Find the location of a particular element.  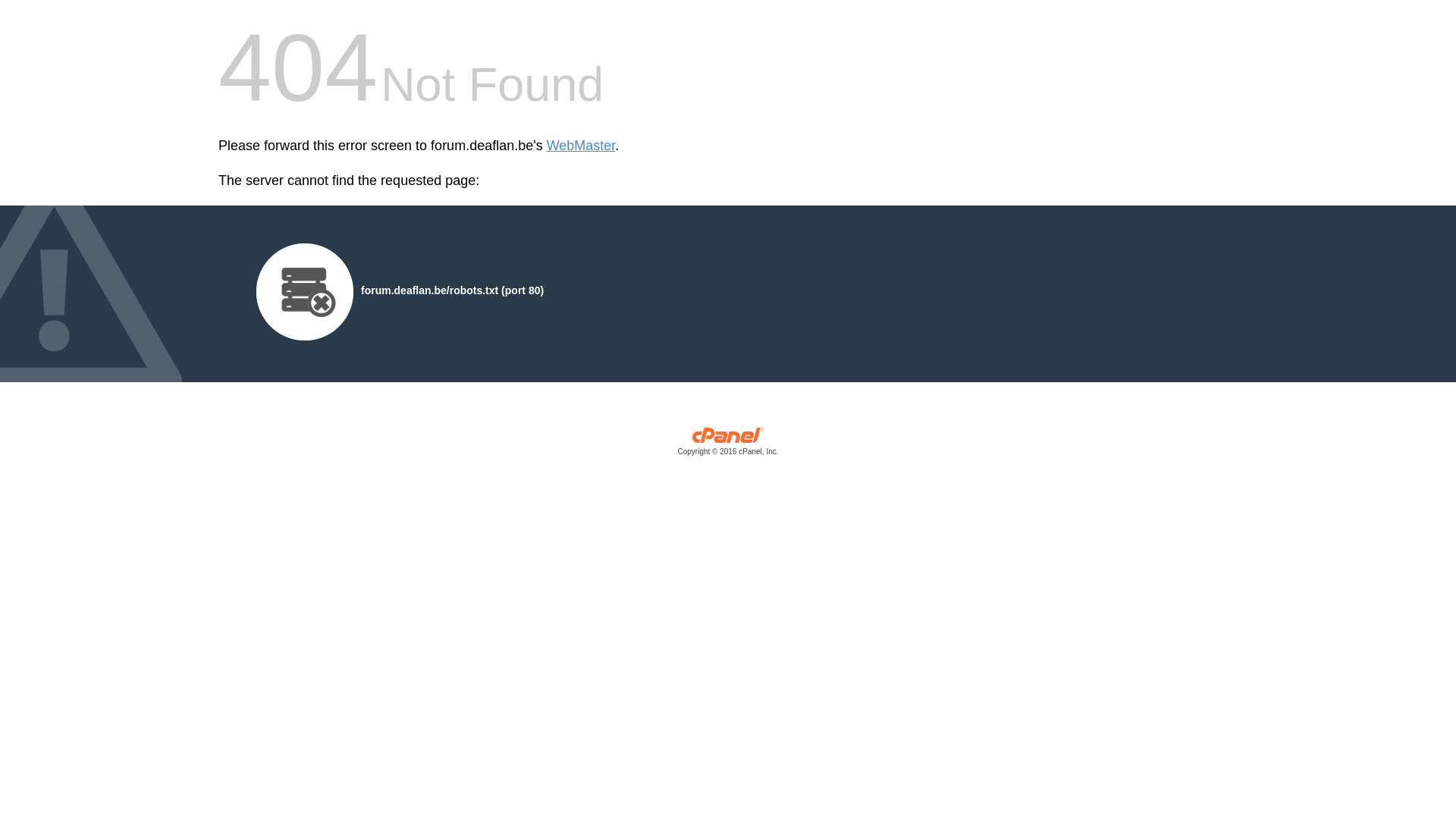

'WebMaster' is located at coordinates (580, 146).